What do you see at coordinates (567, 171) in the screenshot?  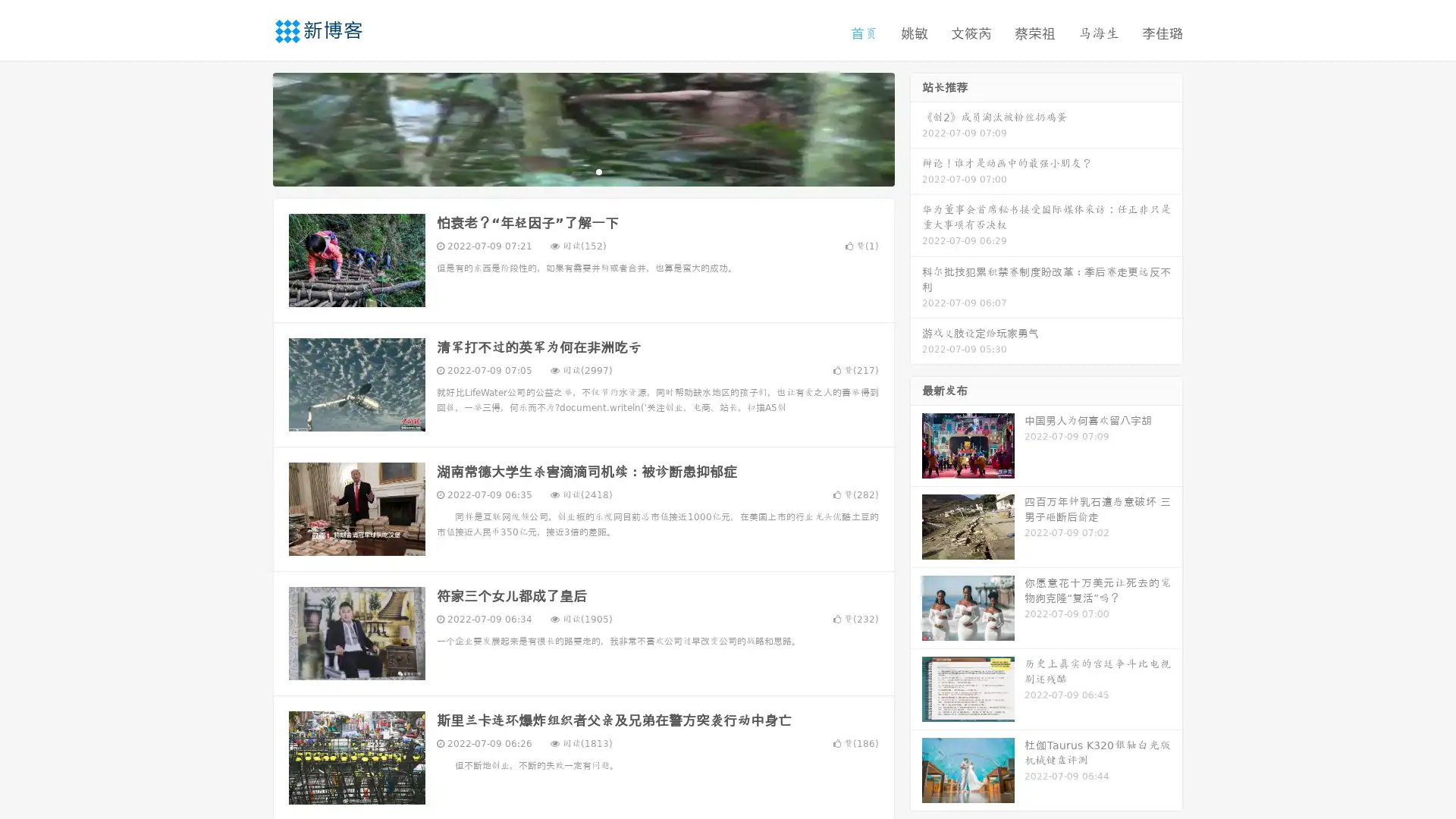 I see `Go to slide 1` at bounding box center [567, 171].